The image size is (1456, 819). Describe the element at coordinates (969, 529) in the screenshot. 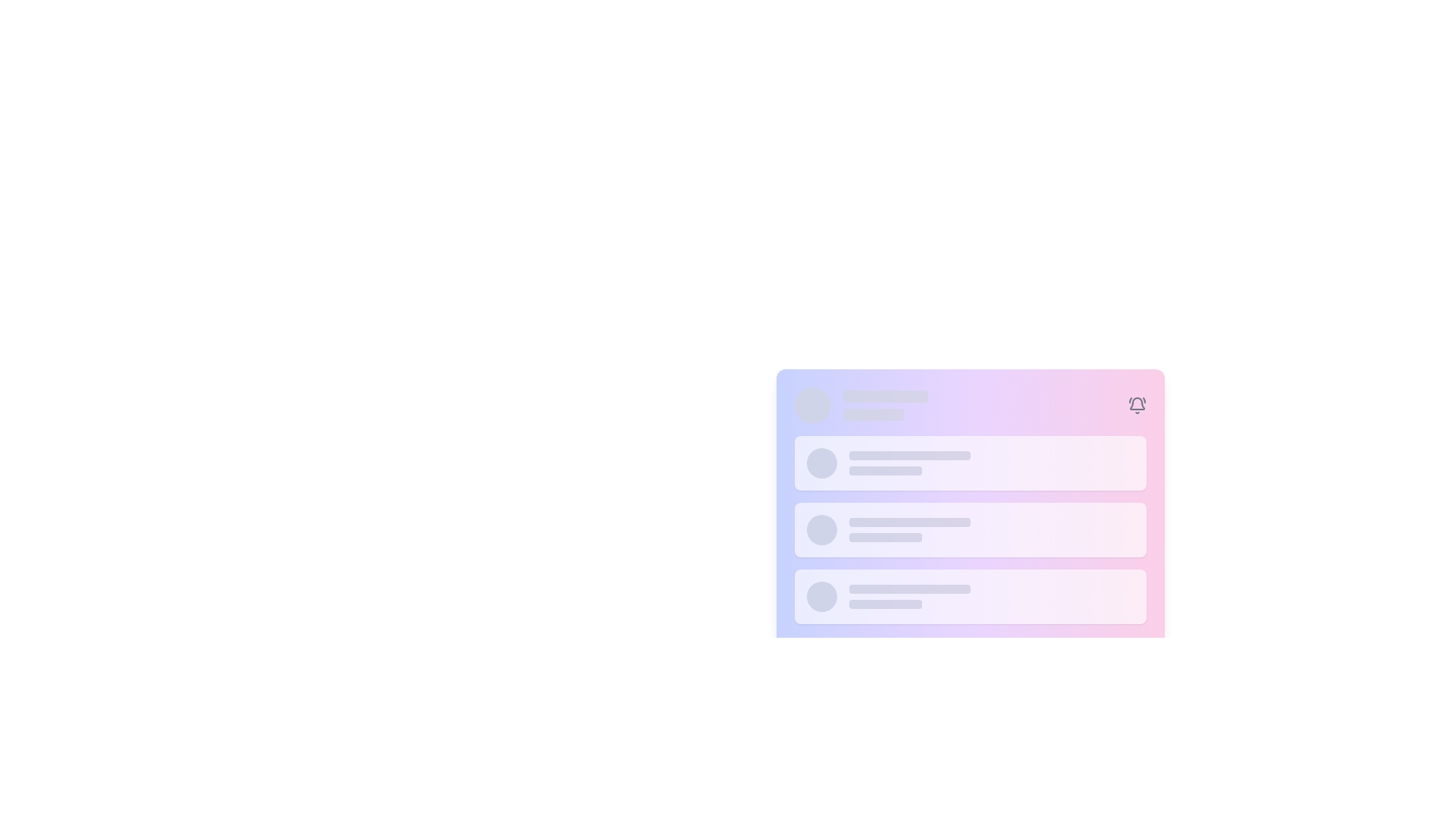

I see `the second Placeholder Card in the vertically stacked list of loading indications` at that location.